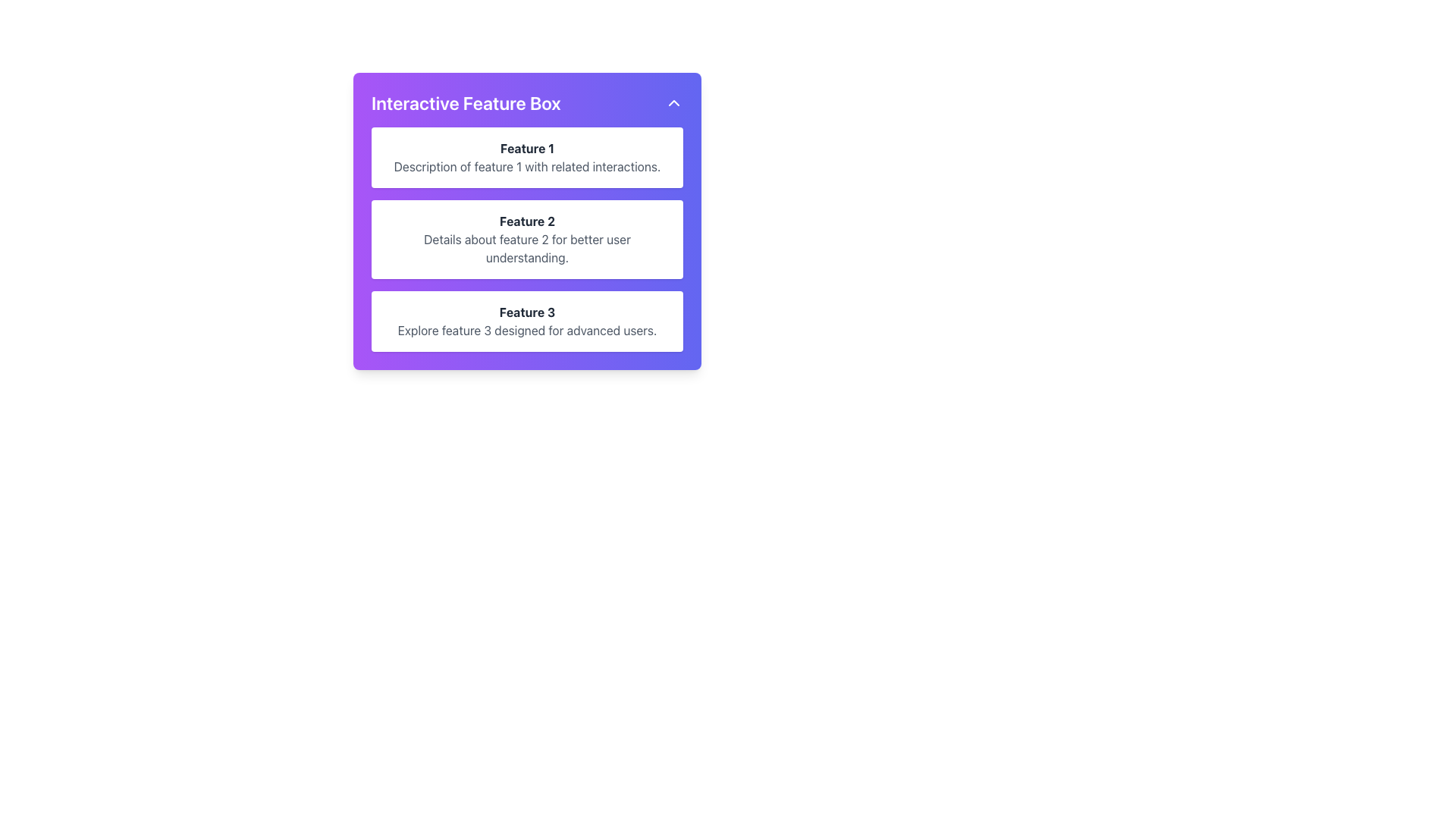 The image size is (1456, 819). I want to click on the Informational Card displaying 'Feature 2', which is the second card in a vertical list of three similar cards, so click(527, 239).